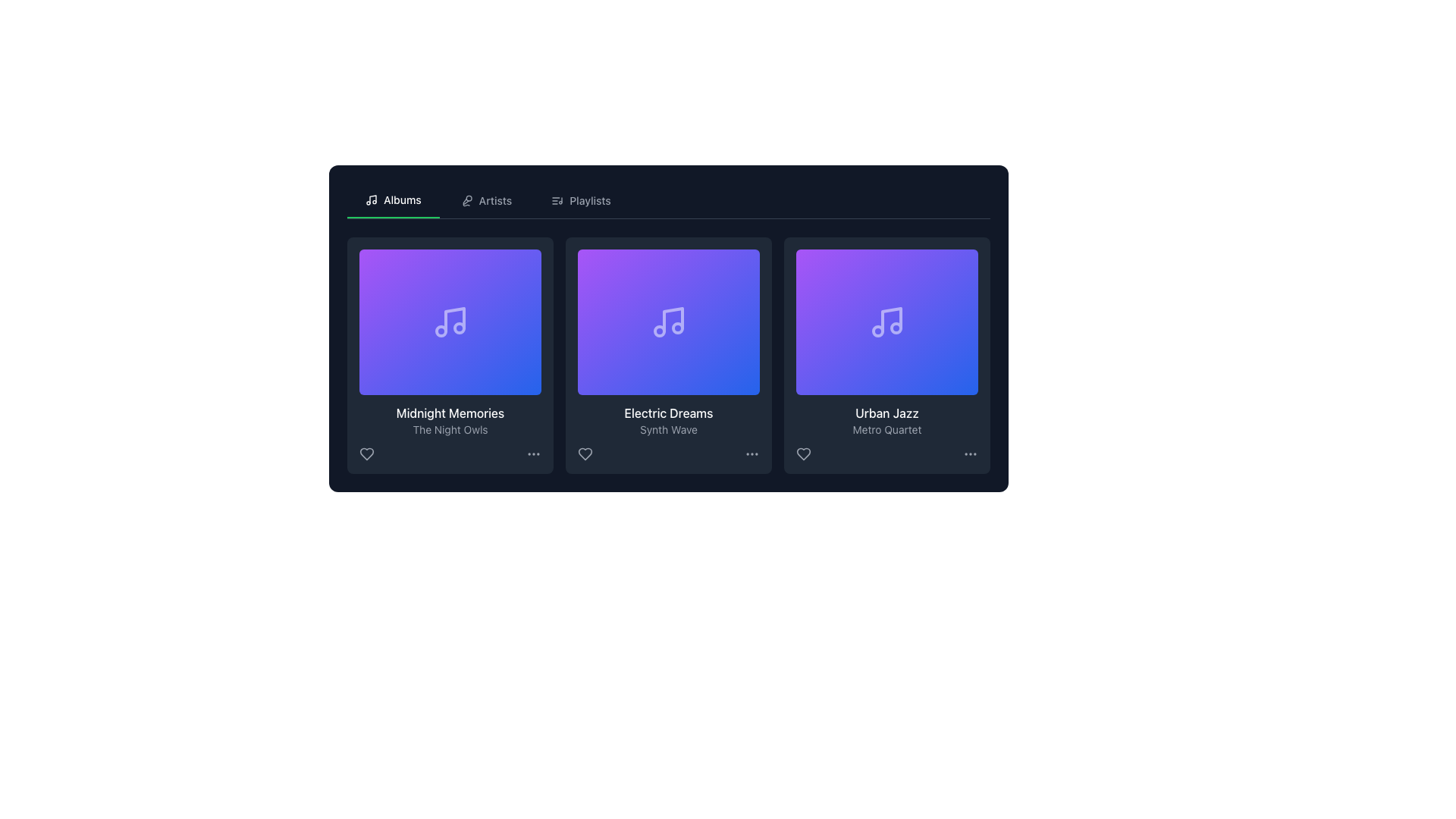 The image size is (1456, 819). Describe the element at coordinates (371, 199) in the screenshot. I see `the musical note icon in the navigation bar` at that location.